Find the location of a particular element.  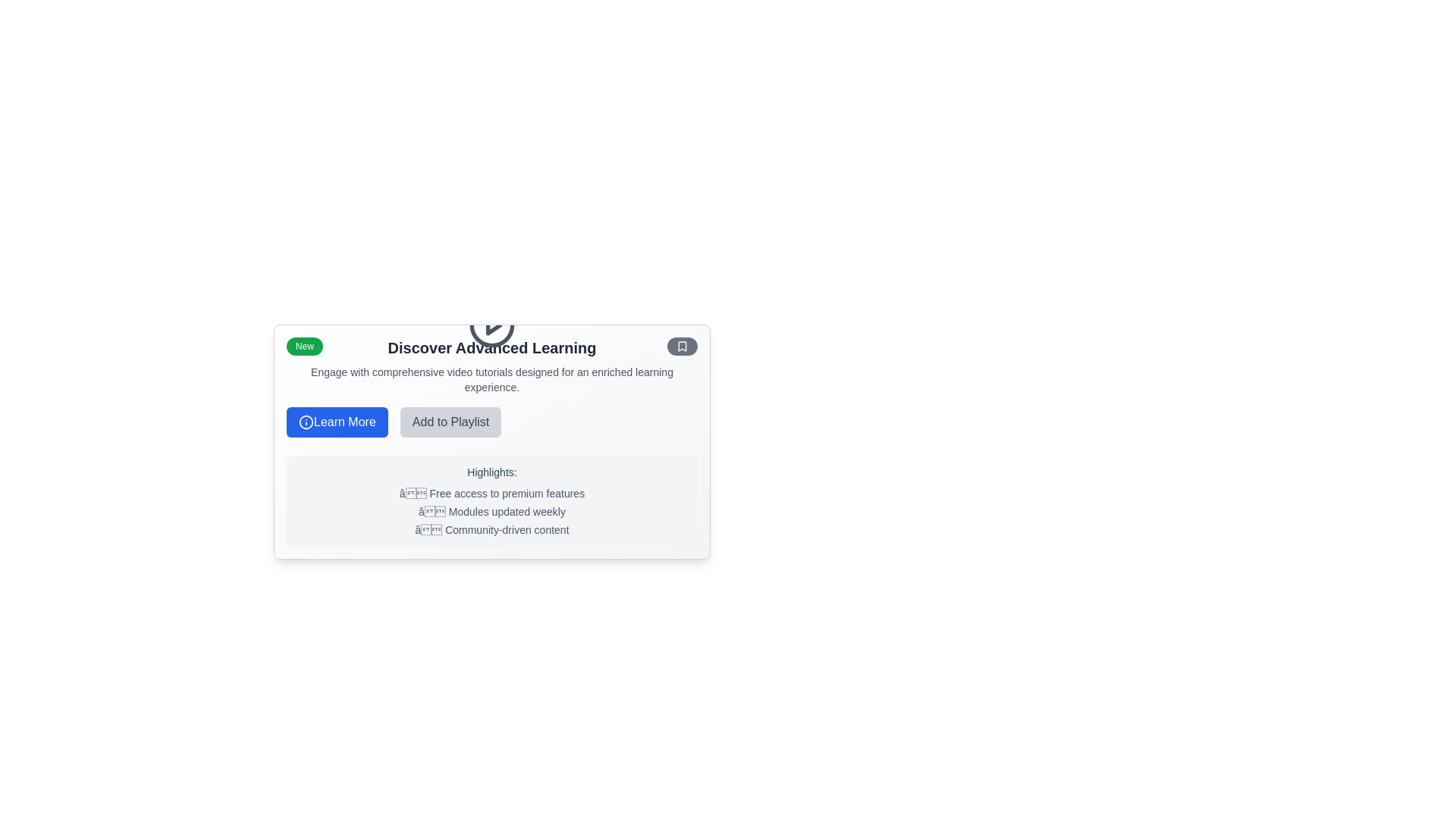

the first informational text item in the 'Highlights:' section via keyboard navigation is located at coordinates (491, 494).